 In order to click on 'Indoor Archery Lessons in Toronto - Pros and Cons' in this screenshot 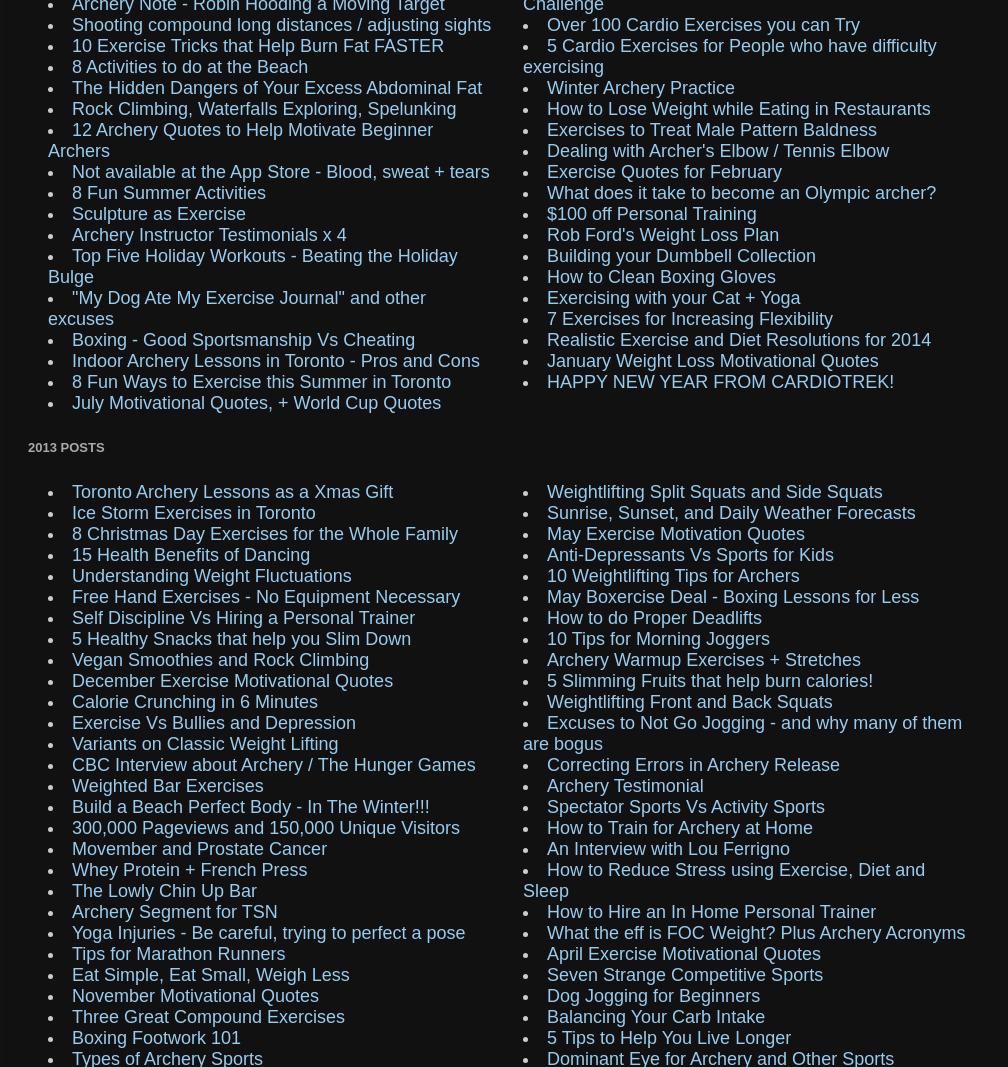, I will do `click(275, 359)`.